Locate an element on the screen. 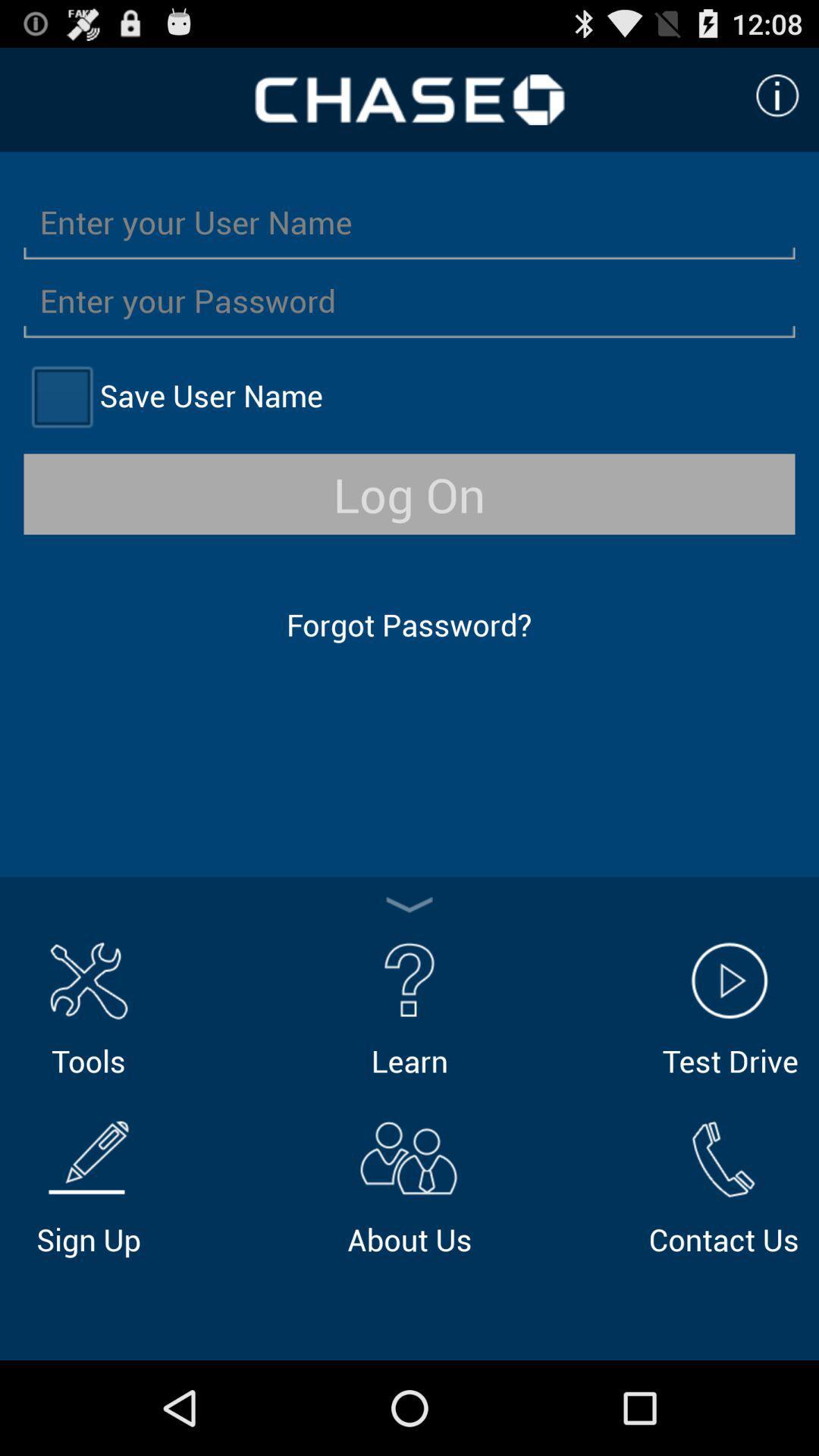 This screenshot has width=819, height=1456. the icon to the left of about us is located at coordinates (88, 1185).